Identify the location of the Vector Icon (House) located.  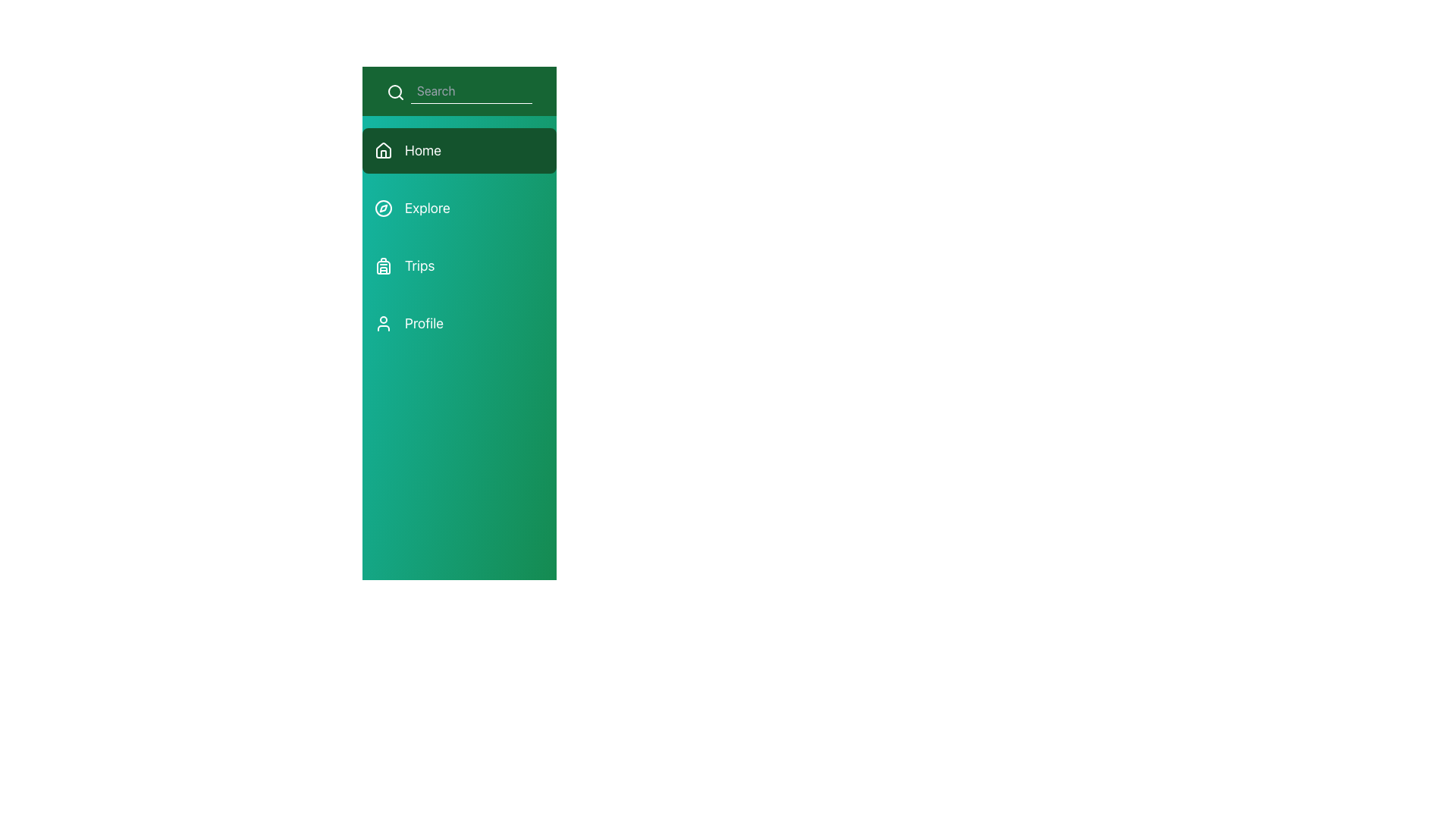
(383, 149).